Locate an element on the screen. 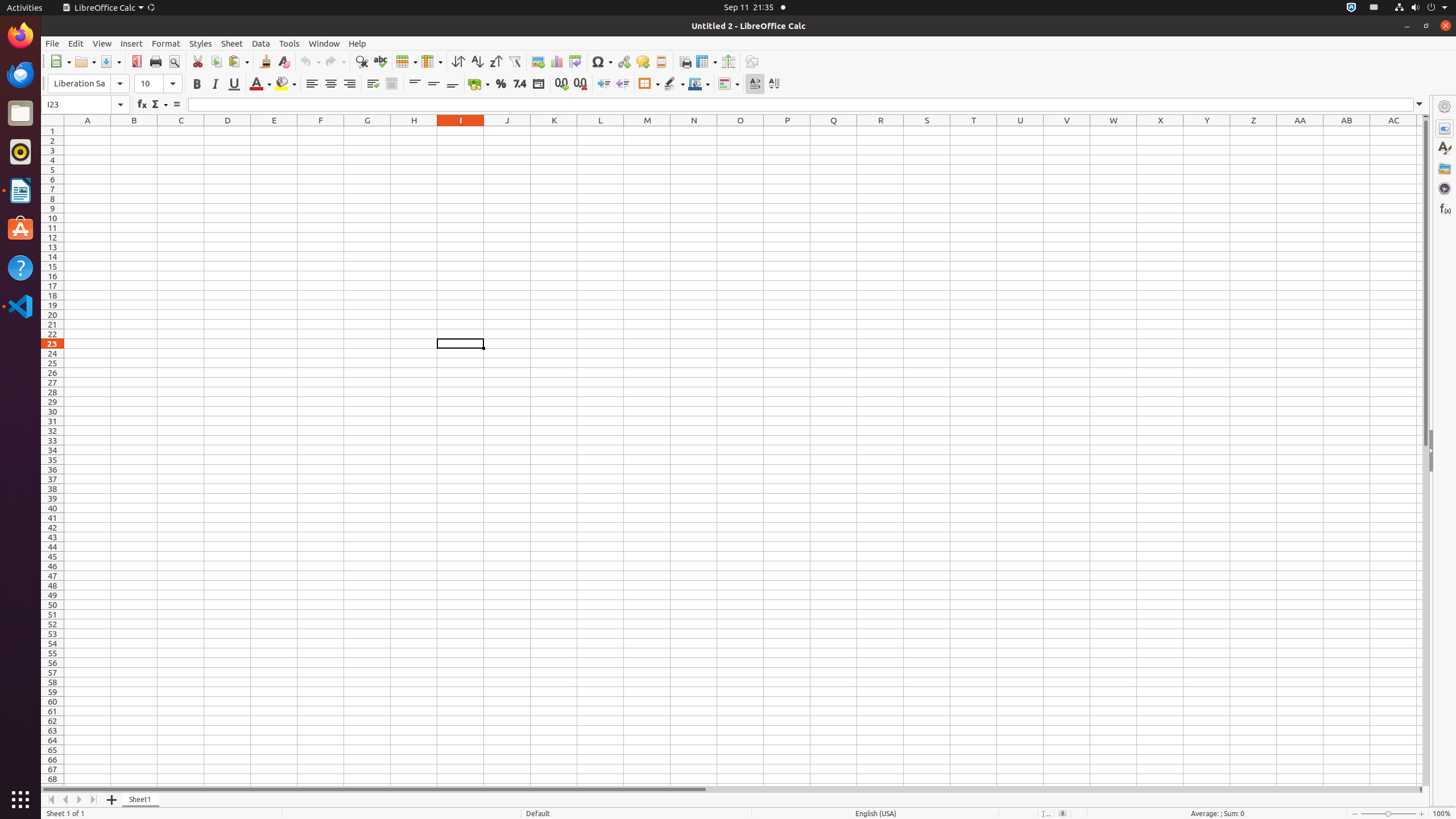 The image size is (1456, 819). 'AB1' is located at coordinates (1347, 130).